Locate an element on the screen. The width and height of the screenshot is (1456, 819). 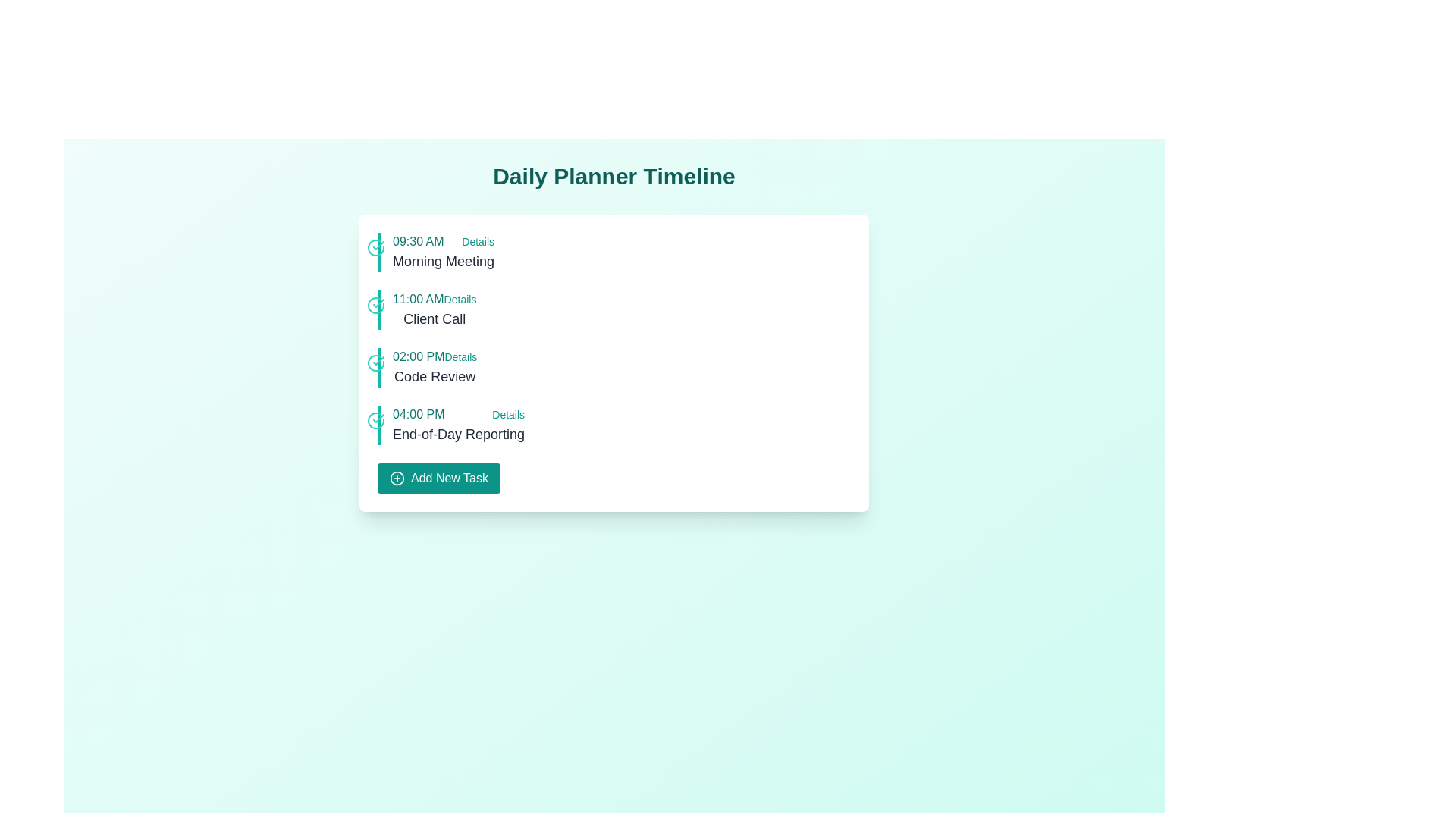
the 'Details' hyperlink for the scheduled event 'Code Review' at '02:00 PM' is located at coordinates (614, 368).